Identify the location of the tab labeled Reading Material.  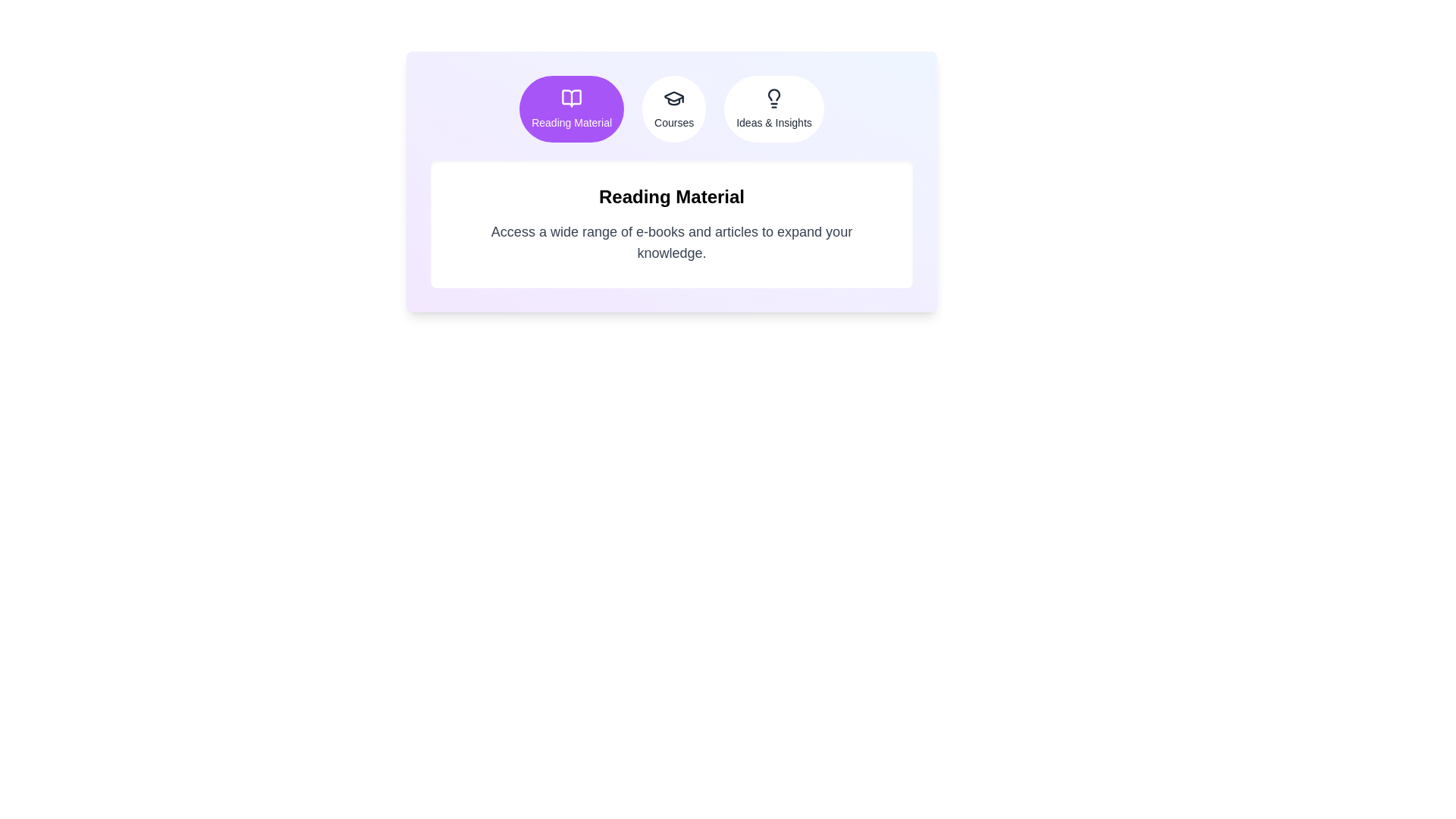
(571, 108).